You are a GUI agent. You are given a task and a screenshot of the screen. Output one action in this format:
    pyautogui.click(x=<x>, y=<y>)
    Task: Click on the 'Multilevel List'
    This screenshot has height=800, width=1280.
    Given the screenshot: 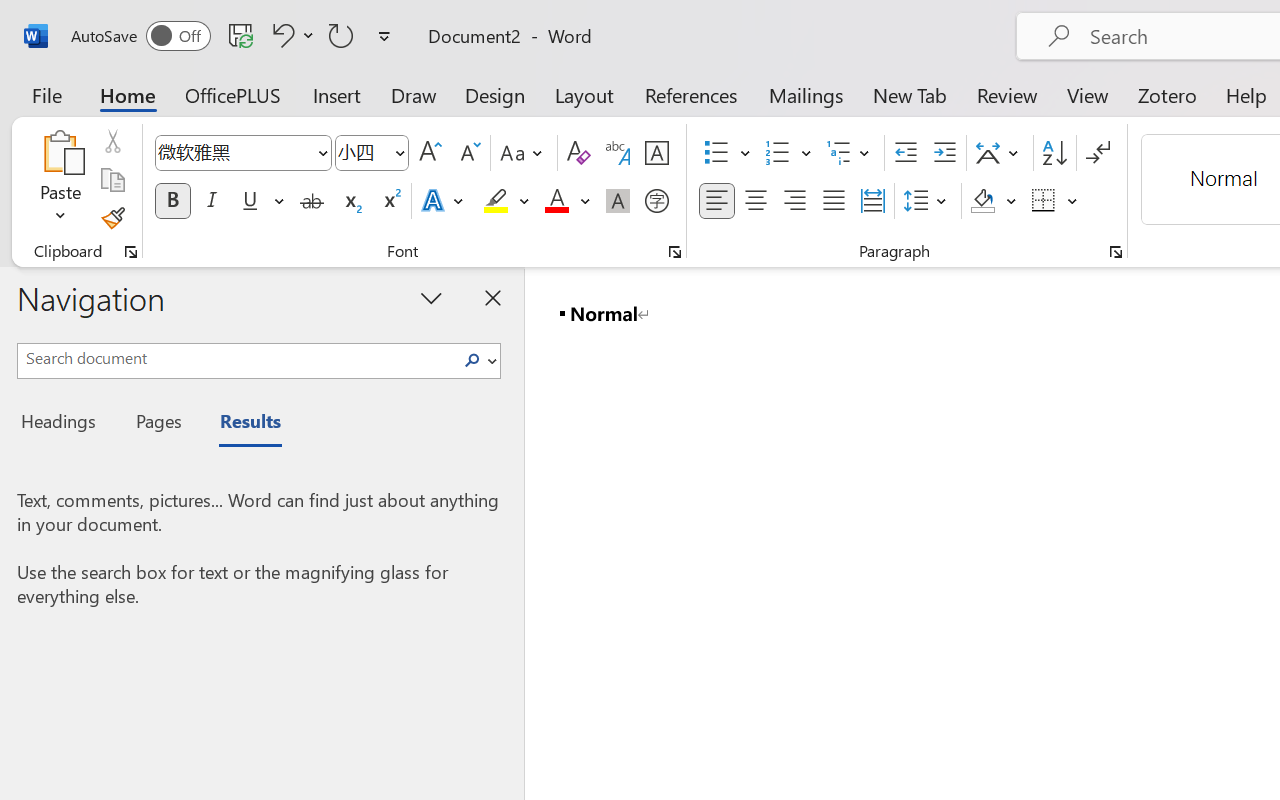 What is the action you would take?
    pyautogui.click(x=850, y=153)
    